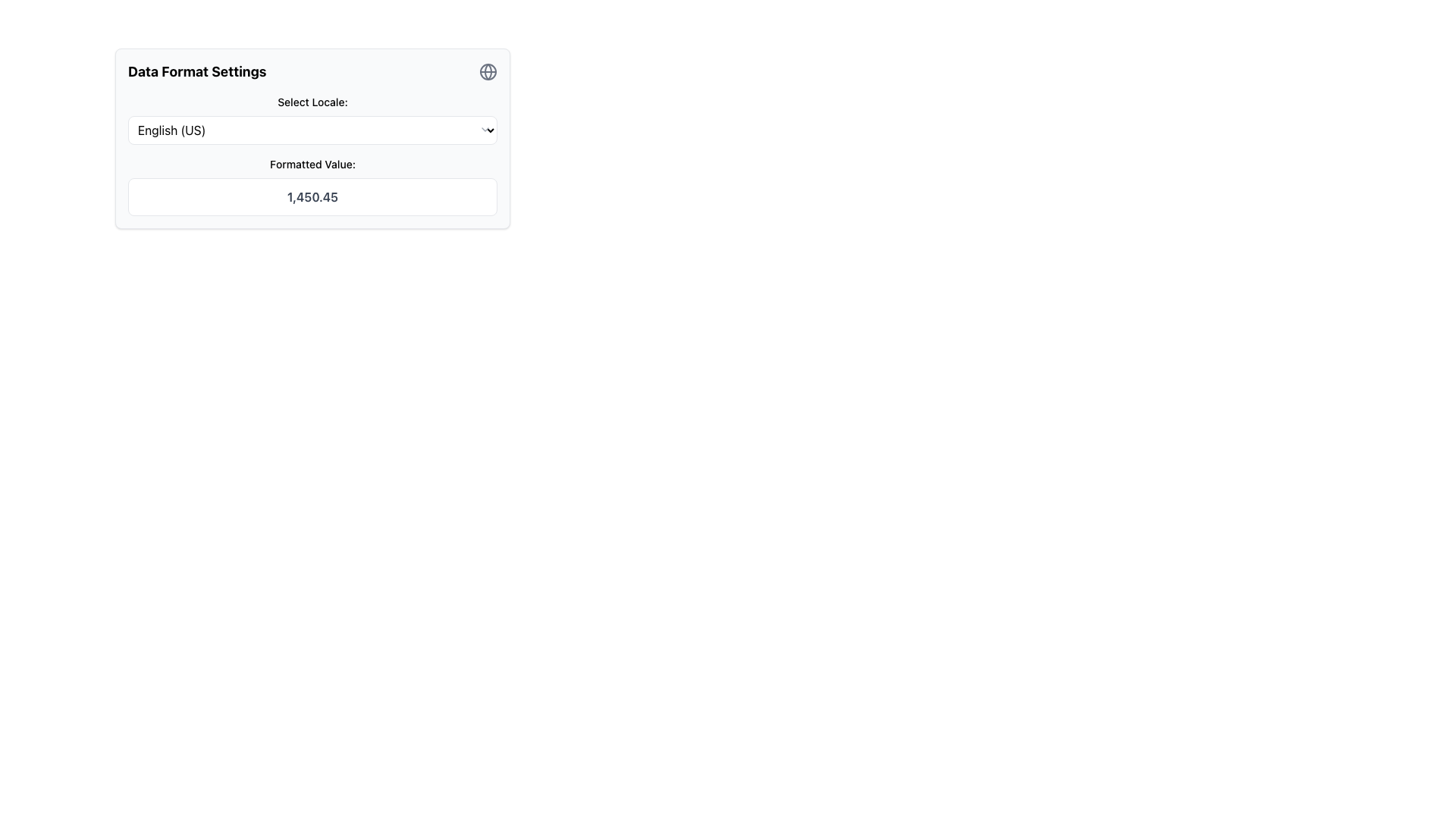 This screenshot has width=1456, height=819. What do you see at coordinates (312, 138) in the screenshot?
I see `formatted value displayed in the panel labeled 'Data Format Settings', which is located at the top center of the interface and shows '1,450.45'` at bounding box center [312, 138].